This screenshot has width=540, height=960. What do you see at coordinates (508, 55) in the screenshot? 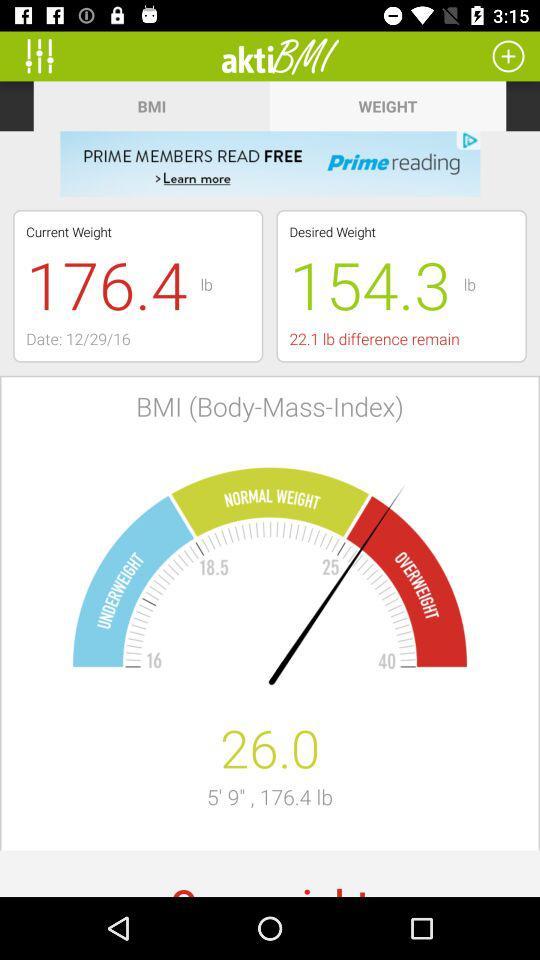
I see `option` at bounding box center [508, 55].